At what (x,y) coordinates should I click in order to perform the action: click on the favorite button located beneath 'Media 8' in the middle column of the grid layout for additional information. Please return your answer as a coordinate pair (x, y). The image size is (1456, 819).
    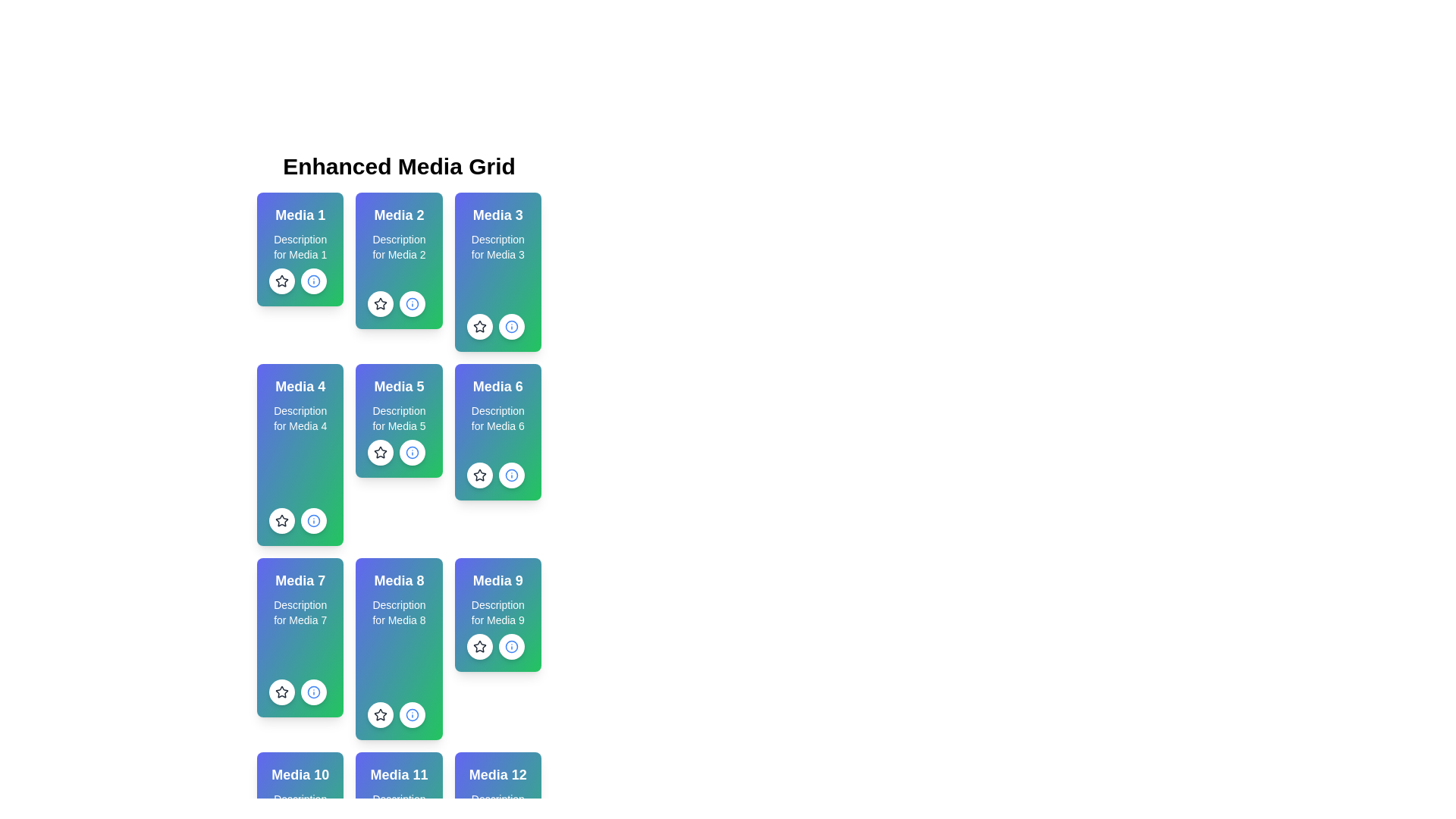
    Looking at the image, I should click on (381, 714).